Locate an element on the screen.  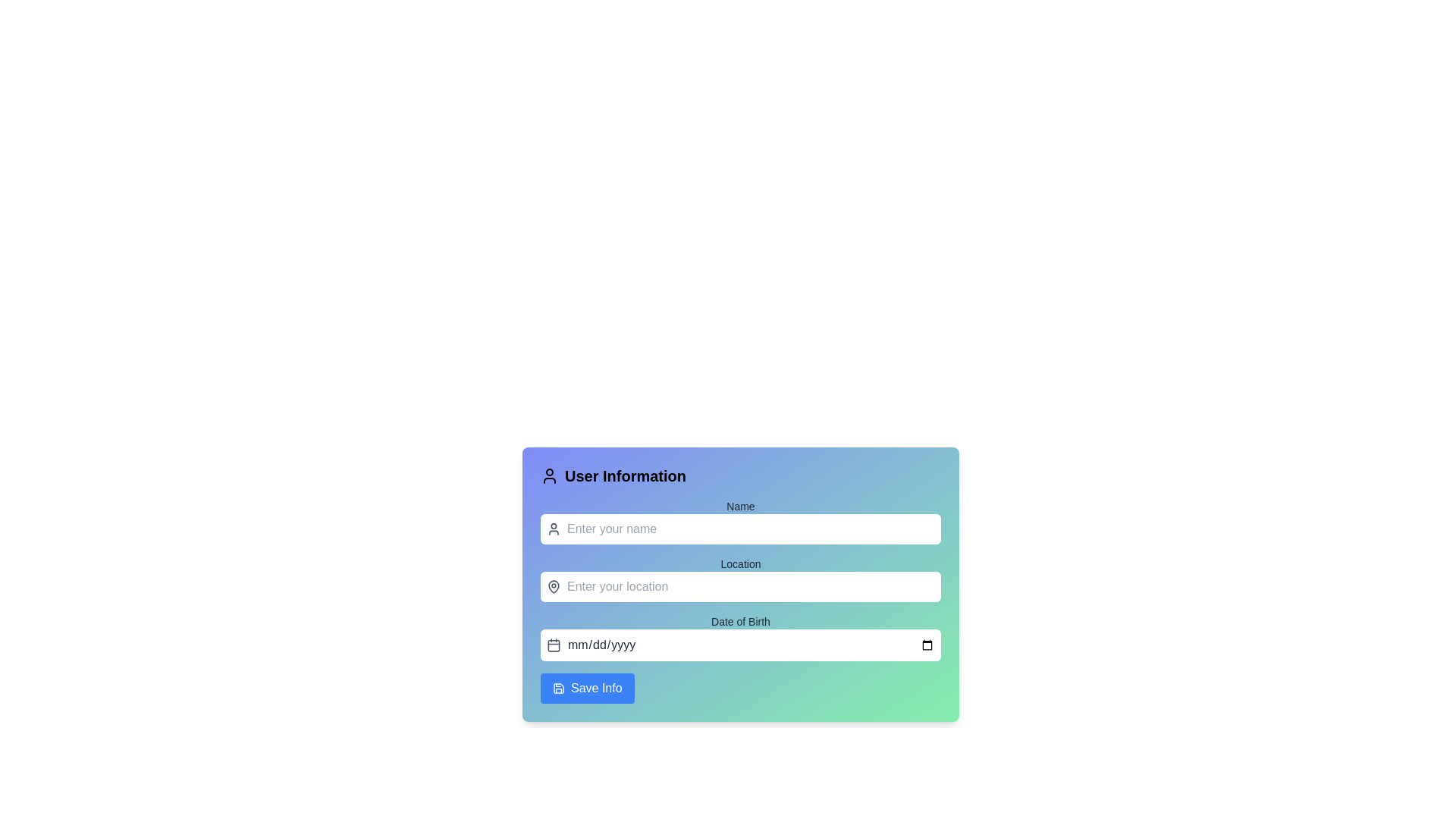
the 'Location' label, which is a small-sized, bold, dark gray text on a light background, positioned directly above the location input field is located at coordinates (741, 564).